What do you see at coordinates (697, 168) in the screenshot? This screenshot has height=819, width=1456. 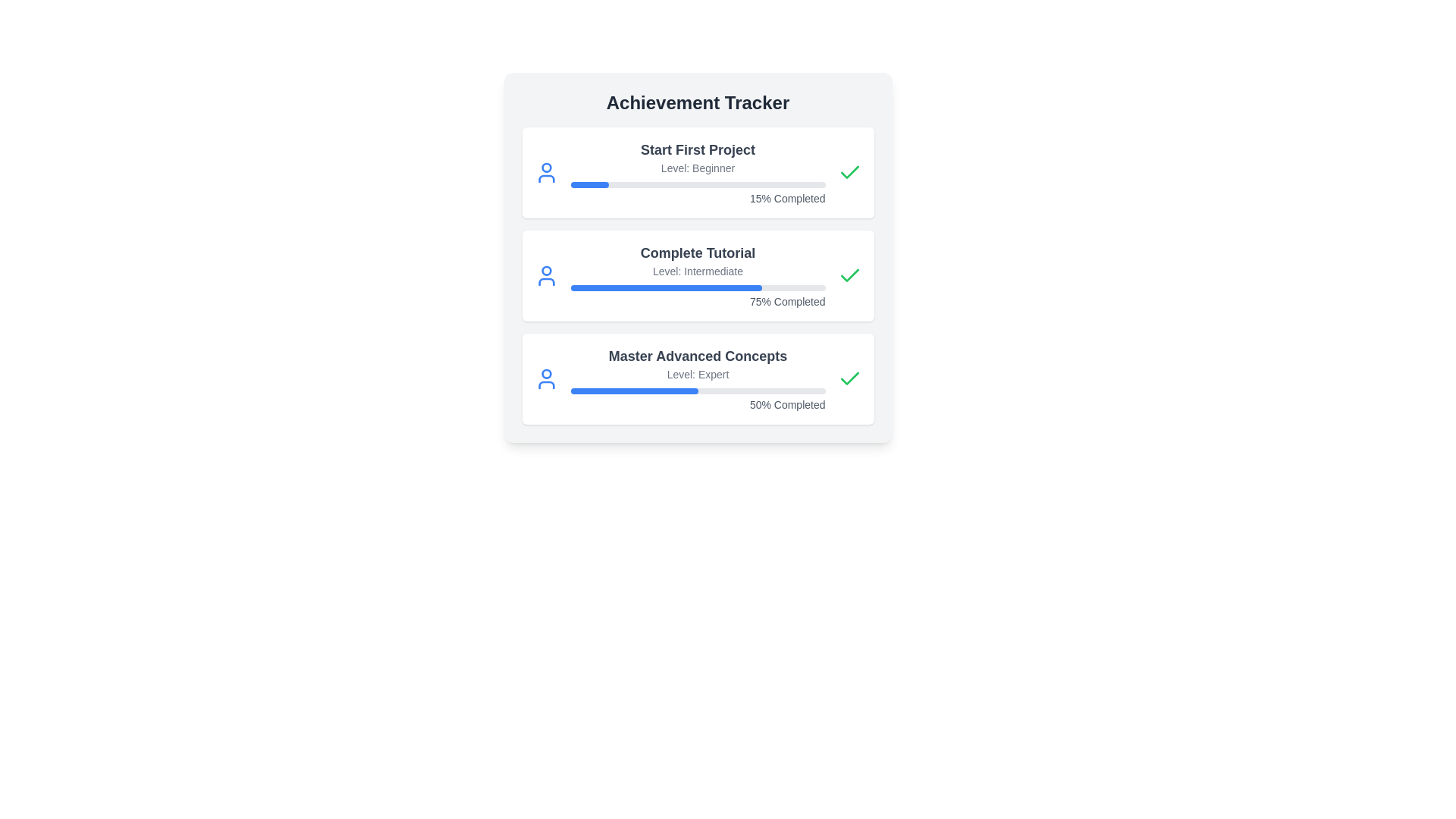 I see `the text label indicating the difficulty level for 'Start First Project', positioned beneath the title and above the progress bar` at bounding box center [697, 168].